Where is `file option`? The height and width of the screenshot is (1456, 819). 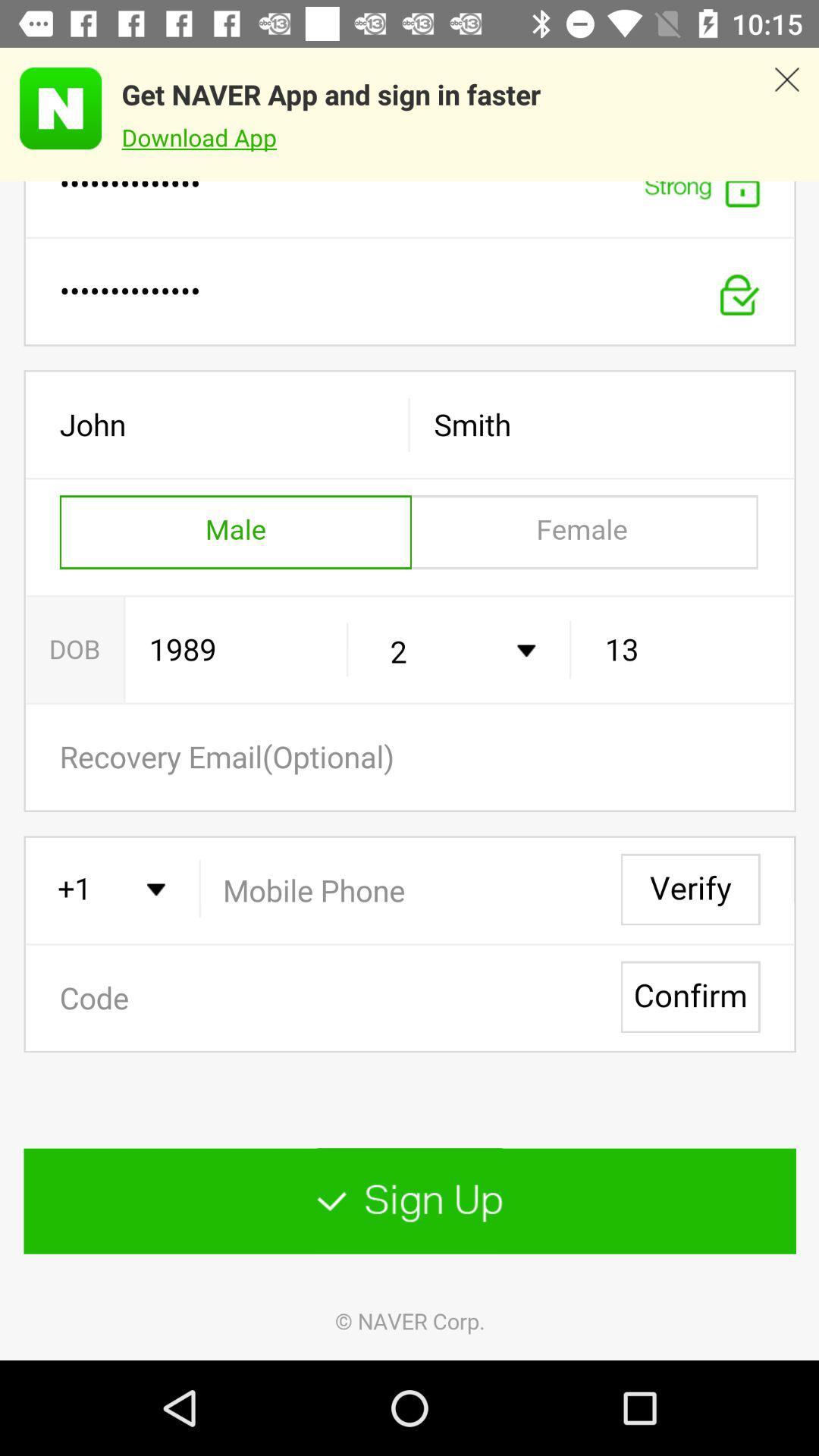 file option is located at coordinates (409, 770).